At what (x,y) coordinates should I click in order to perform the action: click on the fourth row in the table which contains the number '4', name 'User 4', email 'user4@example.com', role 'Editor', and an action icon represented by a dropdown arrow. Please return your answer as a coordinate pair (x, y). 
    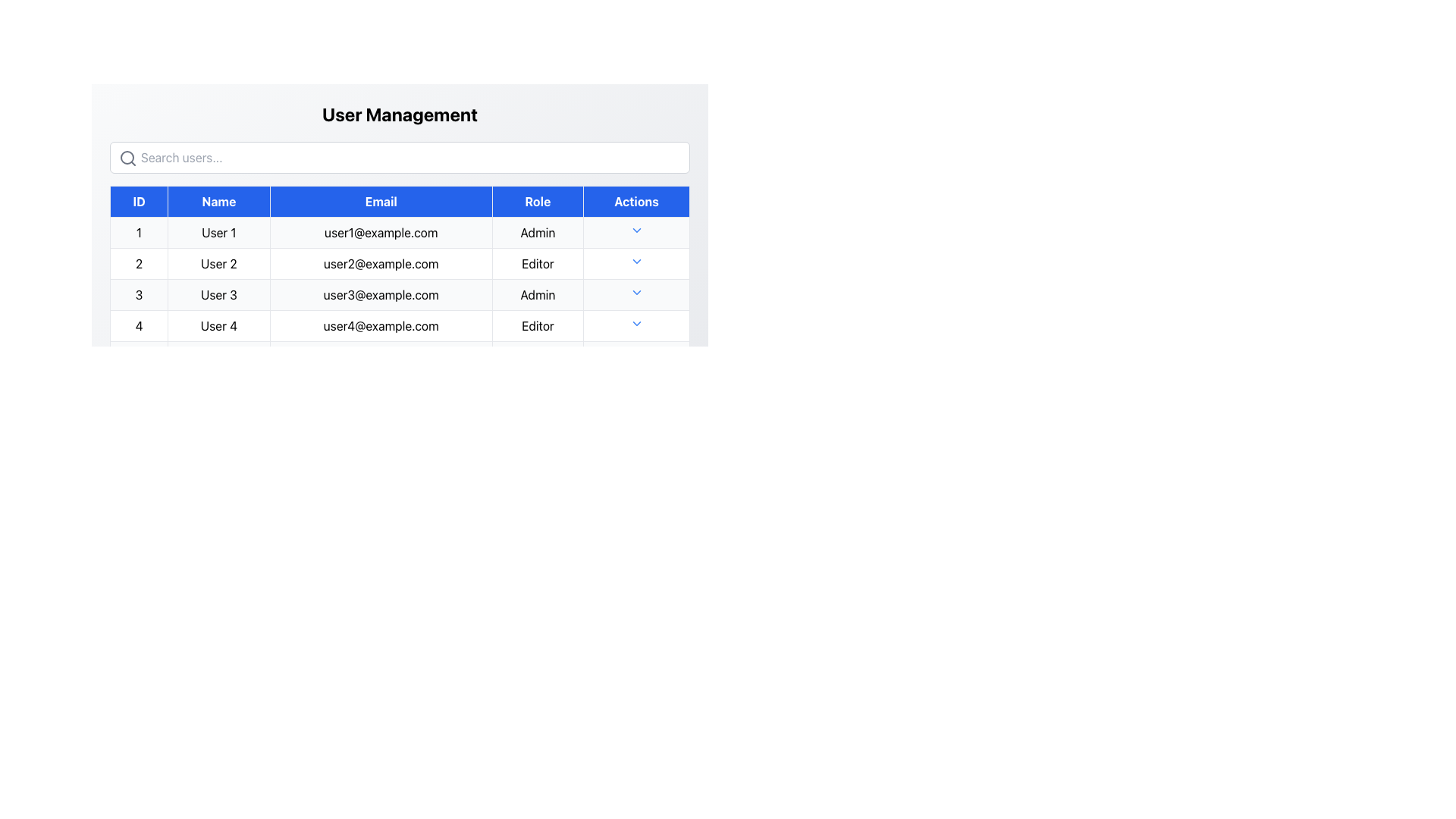
    Looking at the image, I should click on (400, 325).